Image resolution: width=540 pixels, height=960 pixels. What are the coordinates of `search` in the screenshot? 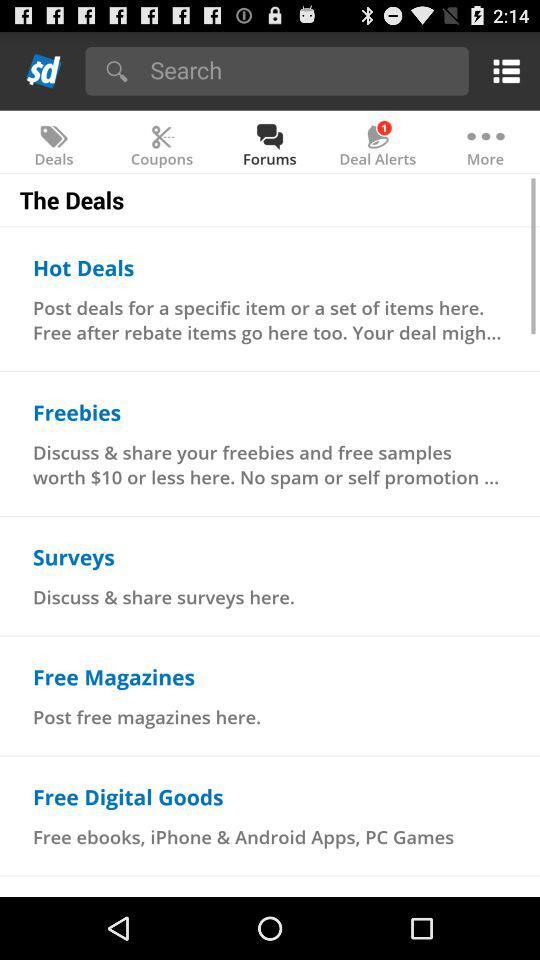 It's located at (302, 69).